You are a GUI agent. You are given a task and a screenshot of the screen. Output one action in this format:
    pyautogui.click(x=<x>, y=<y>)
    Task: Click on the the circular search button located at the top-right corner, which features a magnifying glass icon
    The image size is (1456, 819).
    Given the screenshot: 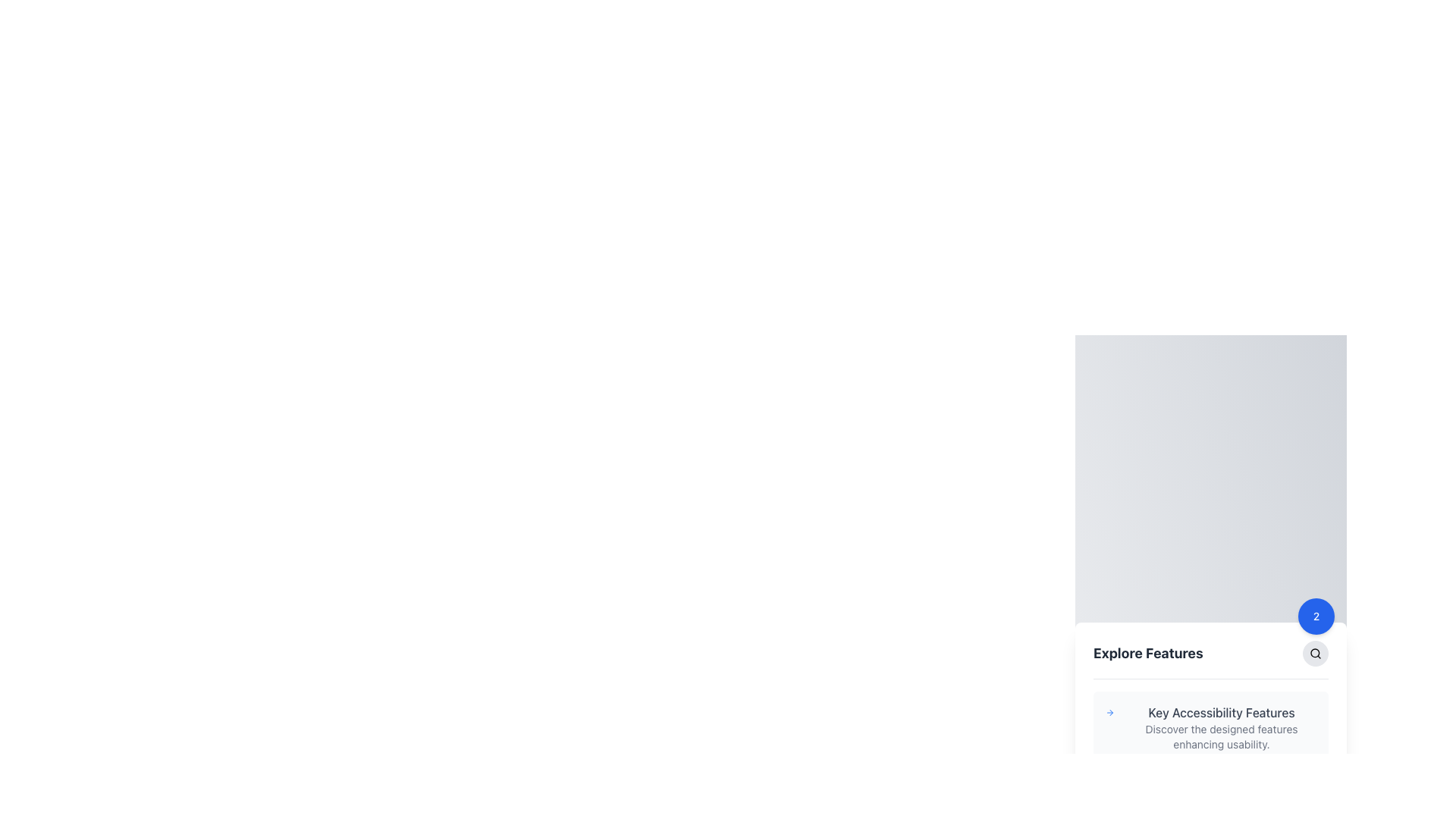 What is the action you would take?
    pyautogui.click(x=1314, y=652)
    